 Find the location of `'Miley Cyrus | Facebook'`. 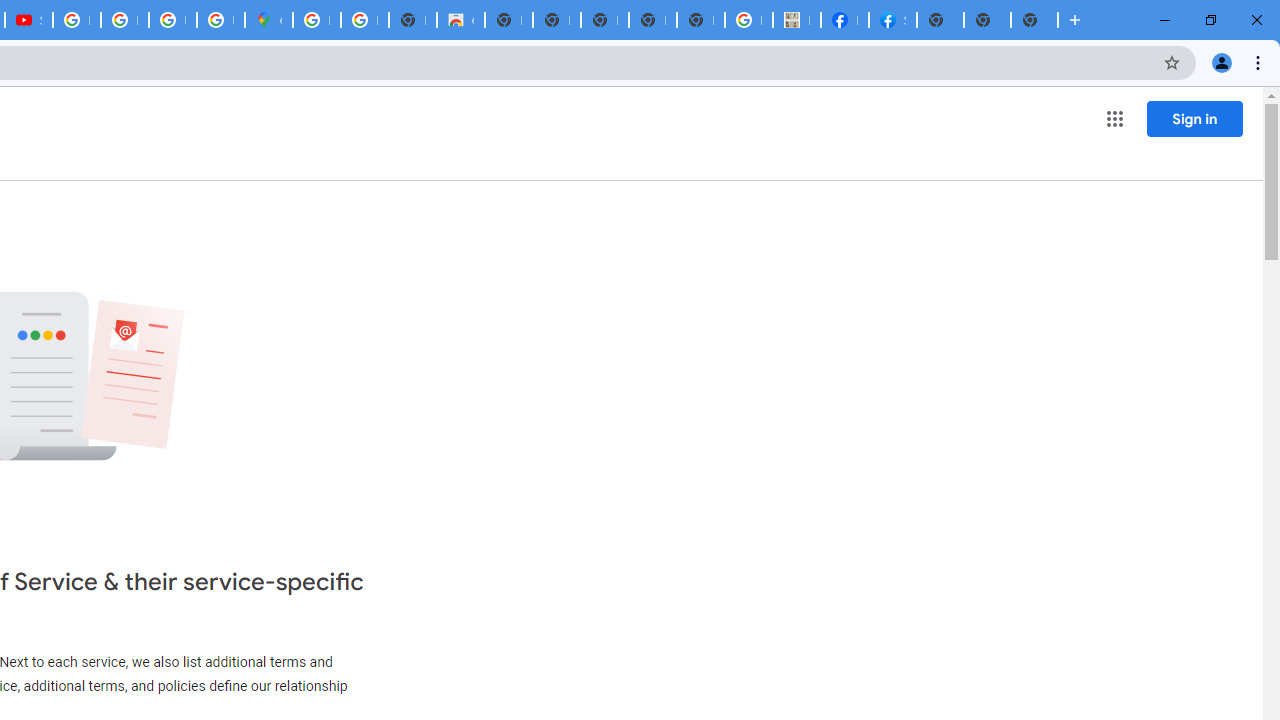

'Miley Cyrus | Facebook' is located at coordinates (844, 20).